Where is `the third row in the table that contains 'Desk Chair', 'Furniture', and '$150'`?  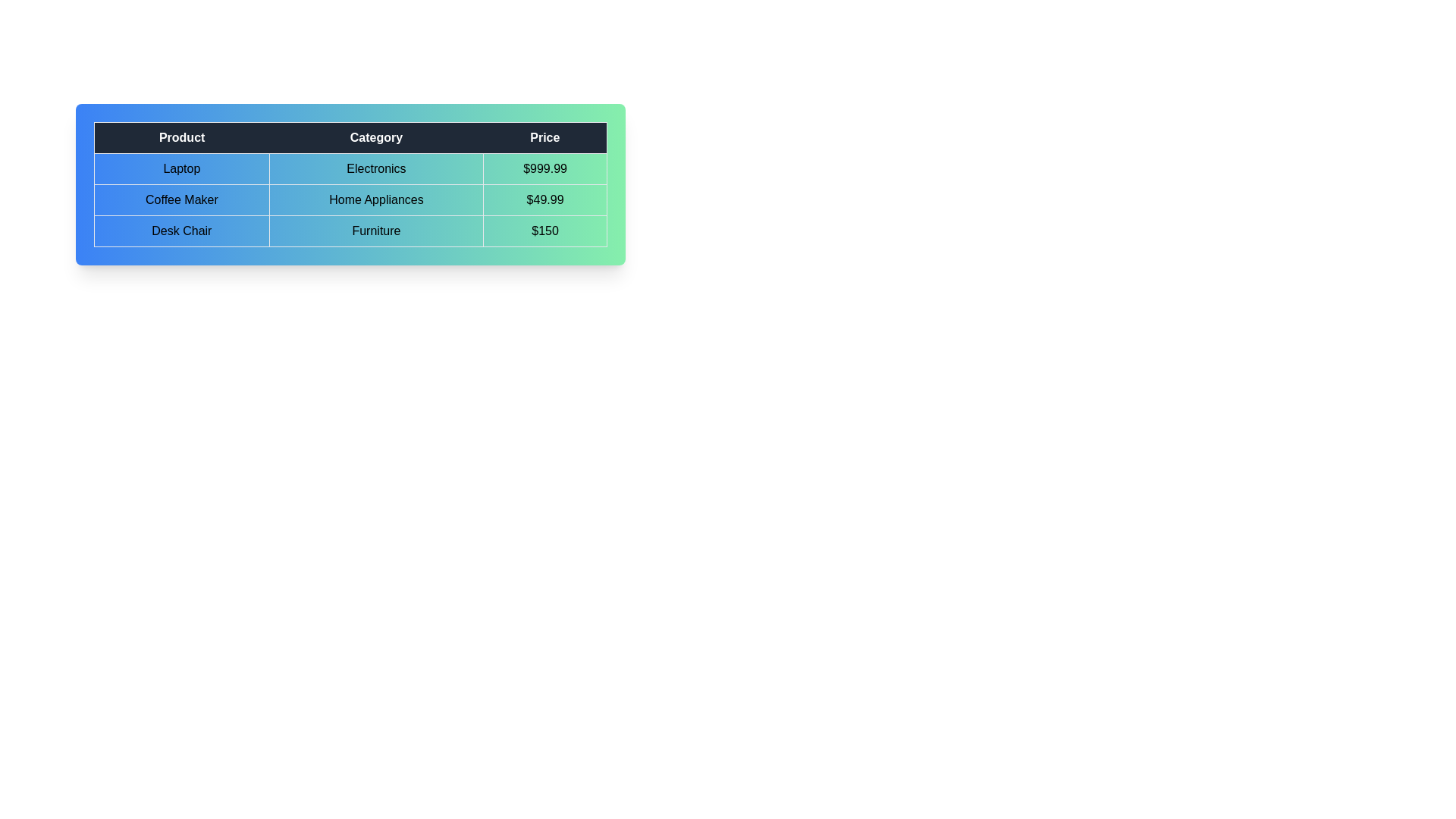 the third row in the table that contains 'Desk Chair', 'Furniture', and '$150' is located at coordinates (350, 231).